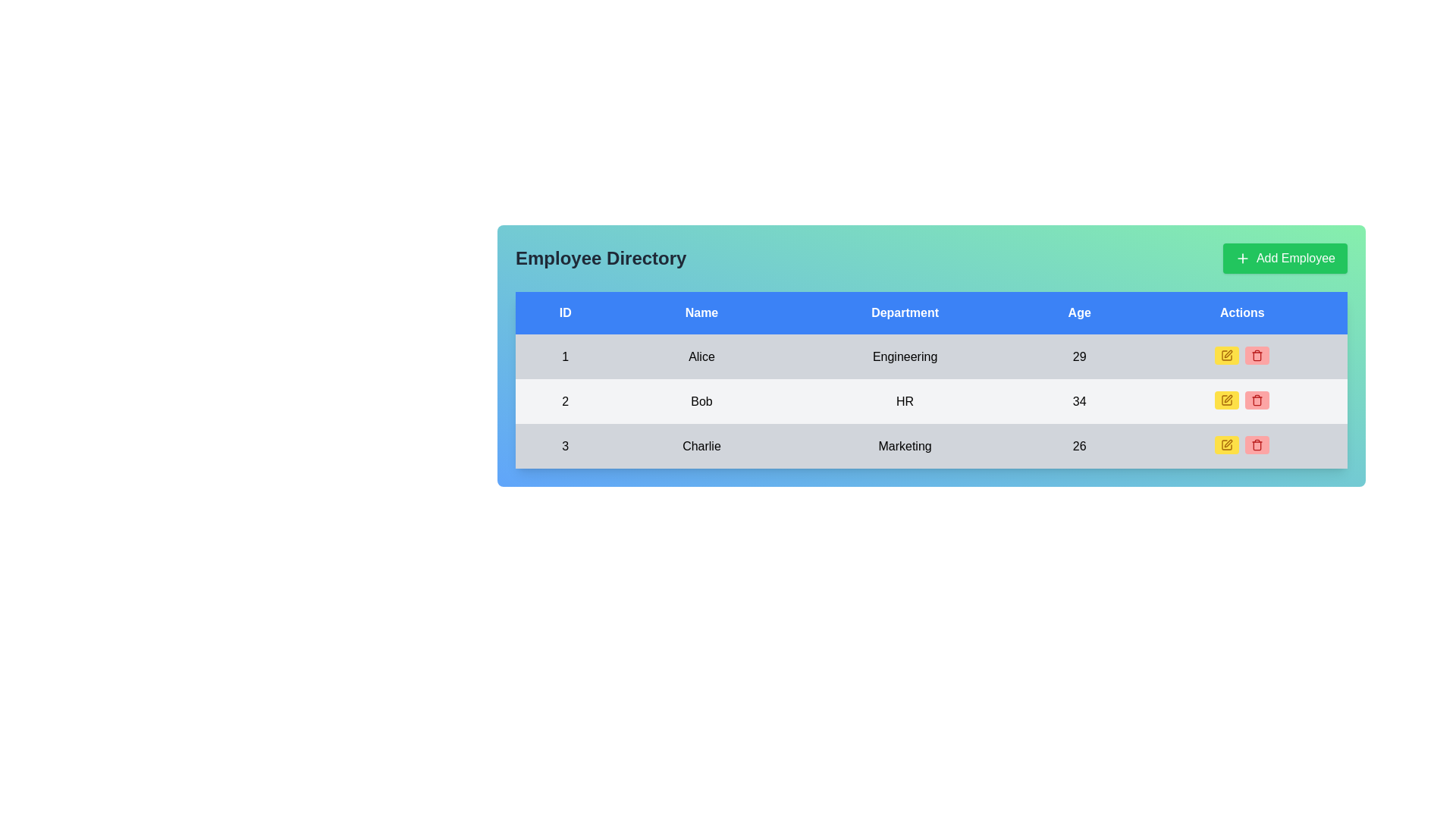  I want to click on the 'Age' column header in the Employee Directory table, which is located in the fourth column between 'Department' and 'Actions', so click(1078, 312).